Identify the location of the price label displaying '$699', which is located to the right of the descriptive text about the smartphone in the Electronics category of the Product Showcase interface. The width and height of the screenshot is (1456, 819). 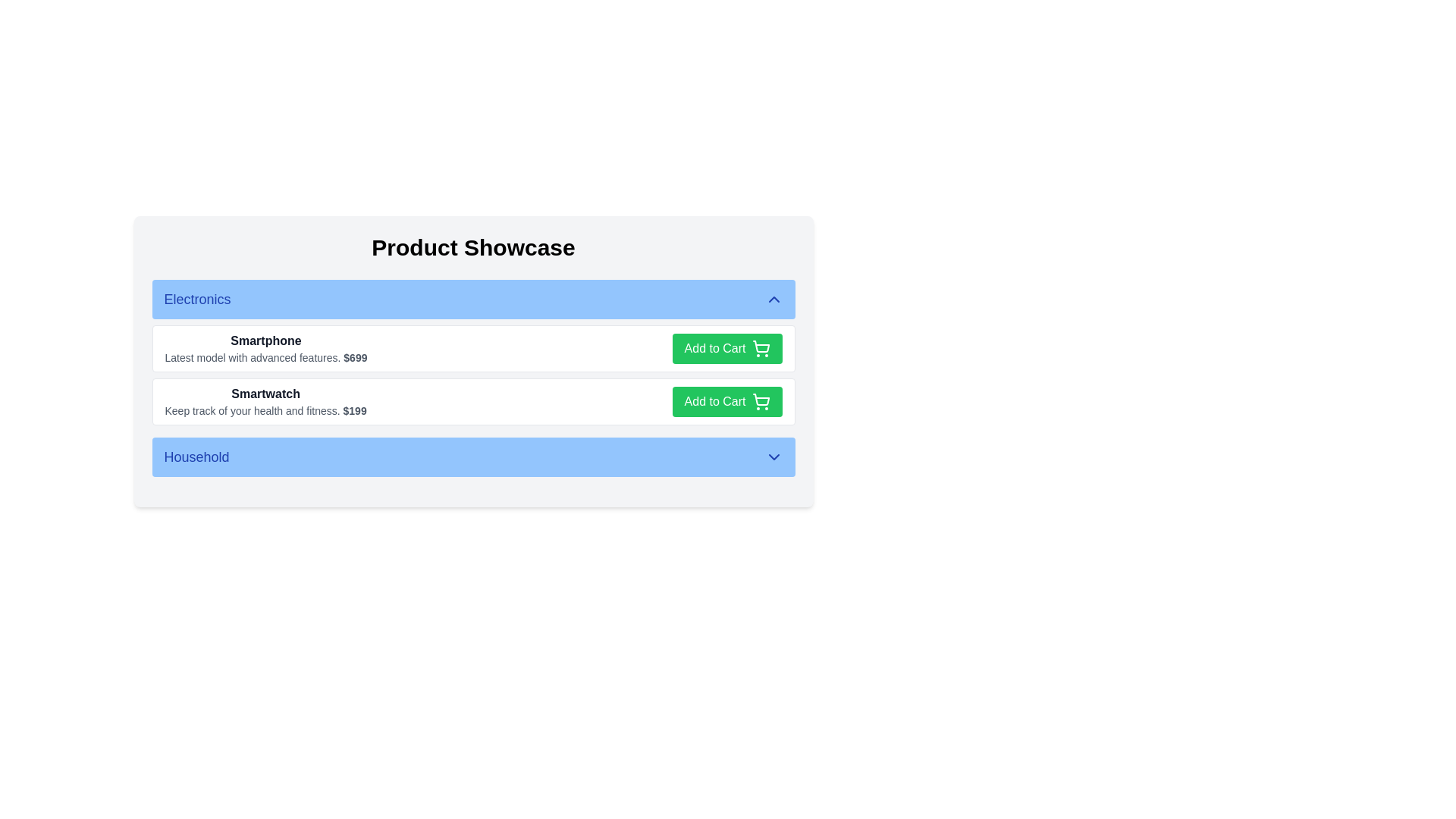
(354, 357).